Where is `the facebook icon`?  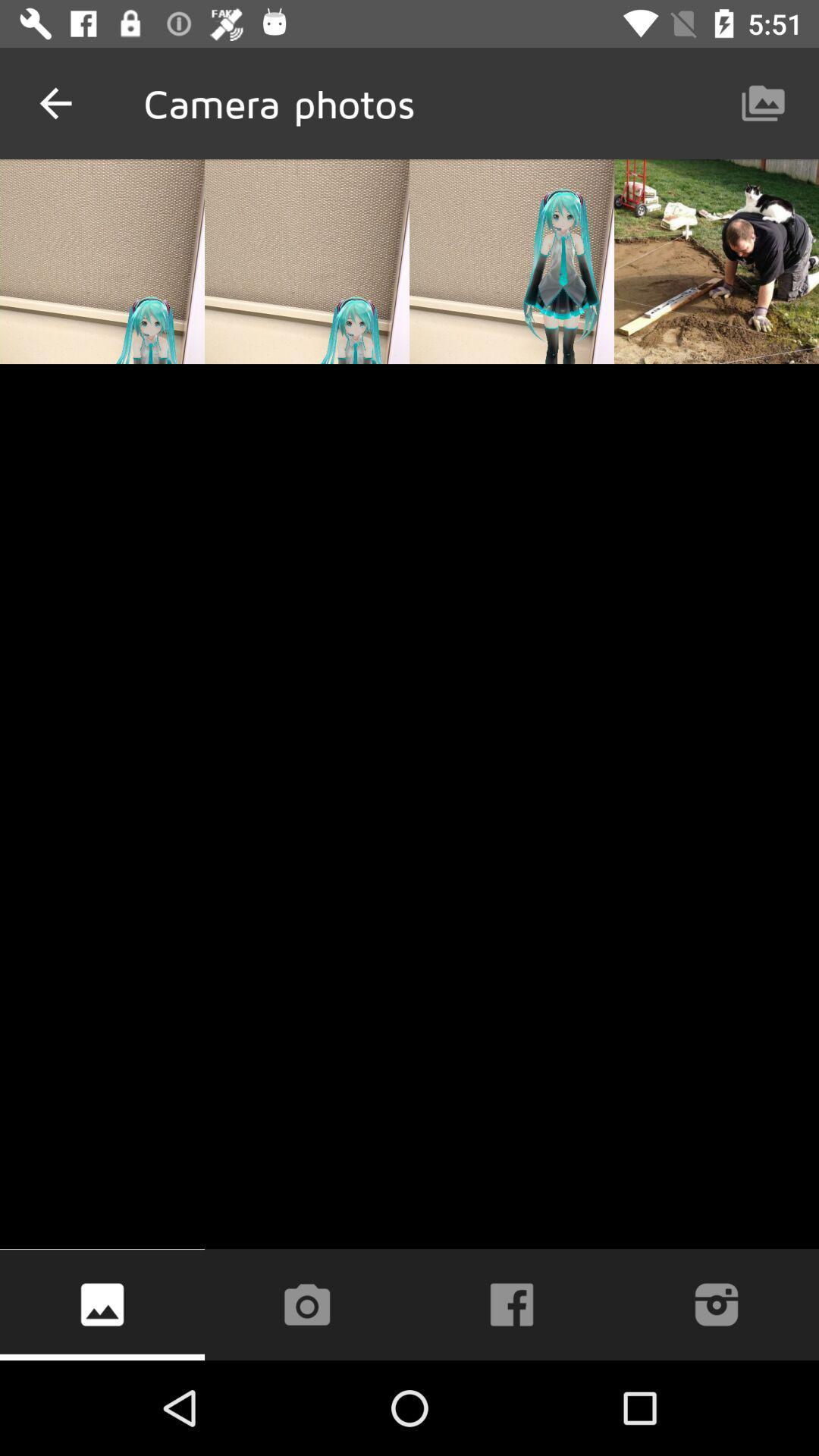
the facebook icon is located at coordinates (512, 1304).